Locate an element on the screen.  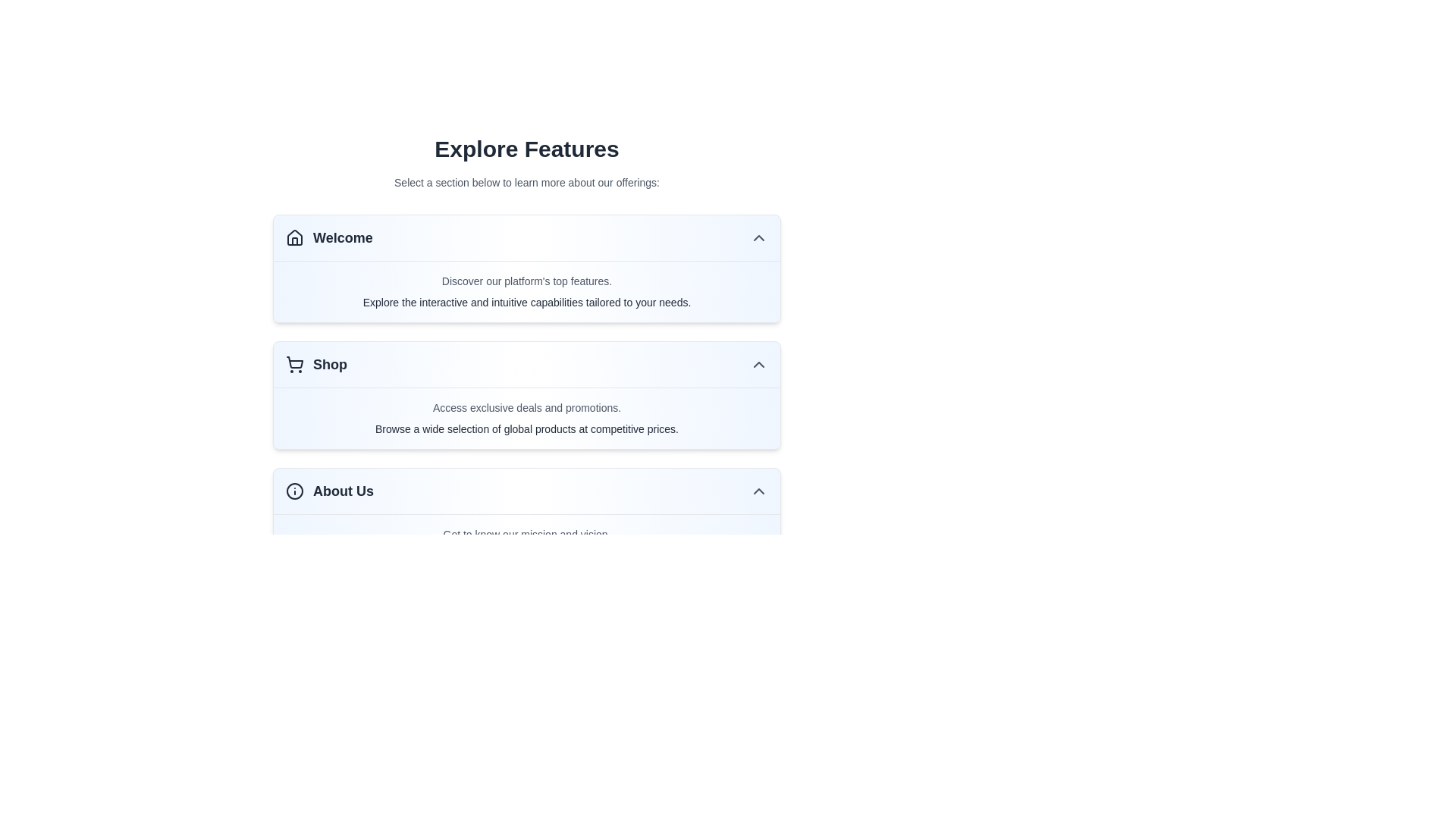
the upward-pointing gray chevron icon located in the upper-right corner of the 'About Us' section is located at coordinates (759, 491).